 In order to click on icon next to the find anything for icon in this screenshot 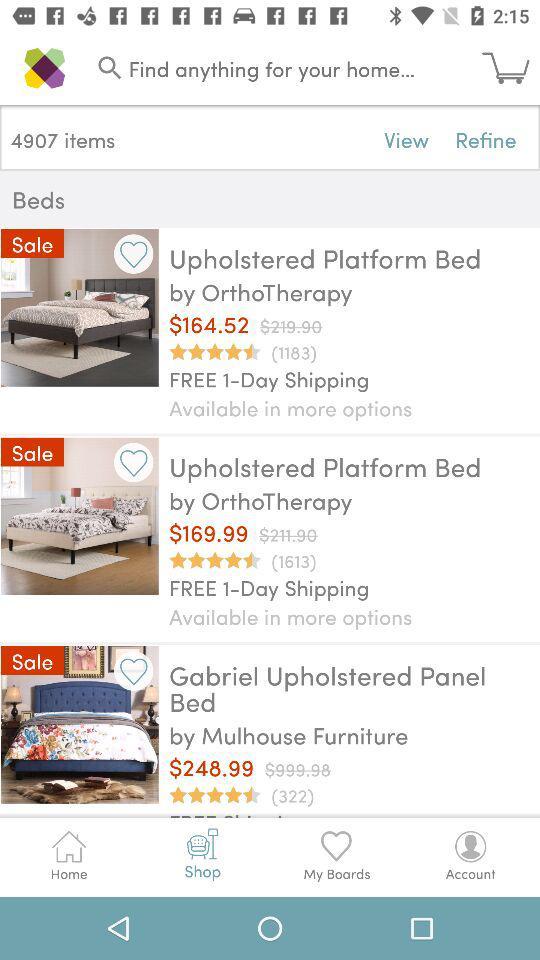, I will do `click(511, 68)`.